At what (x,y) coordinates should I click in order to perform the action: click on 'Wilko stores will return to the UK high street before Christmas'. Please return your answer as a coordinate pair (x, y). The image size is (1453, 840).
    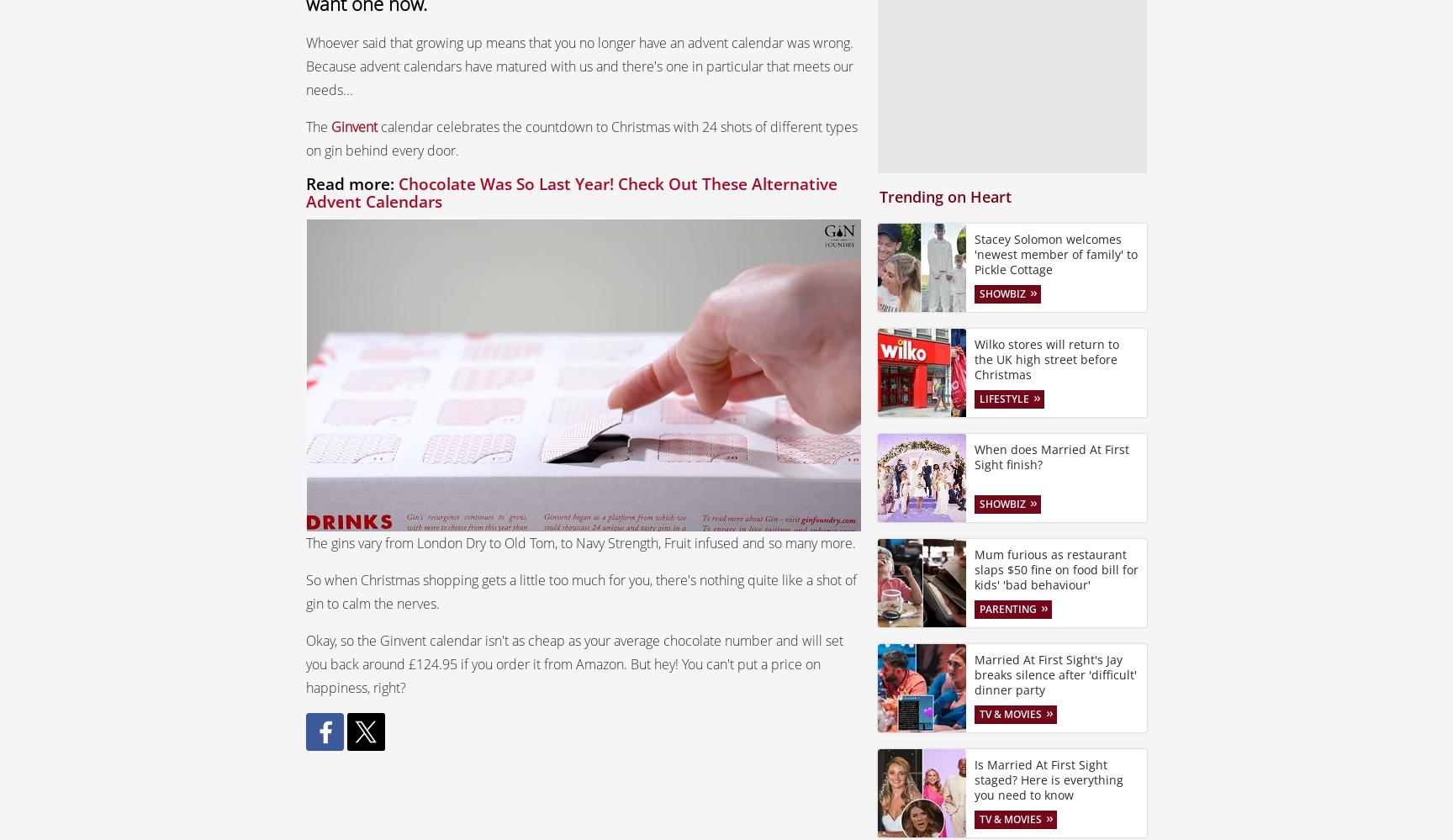
    Looking at the image, I should click on (1046, 357).